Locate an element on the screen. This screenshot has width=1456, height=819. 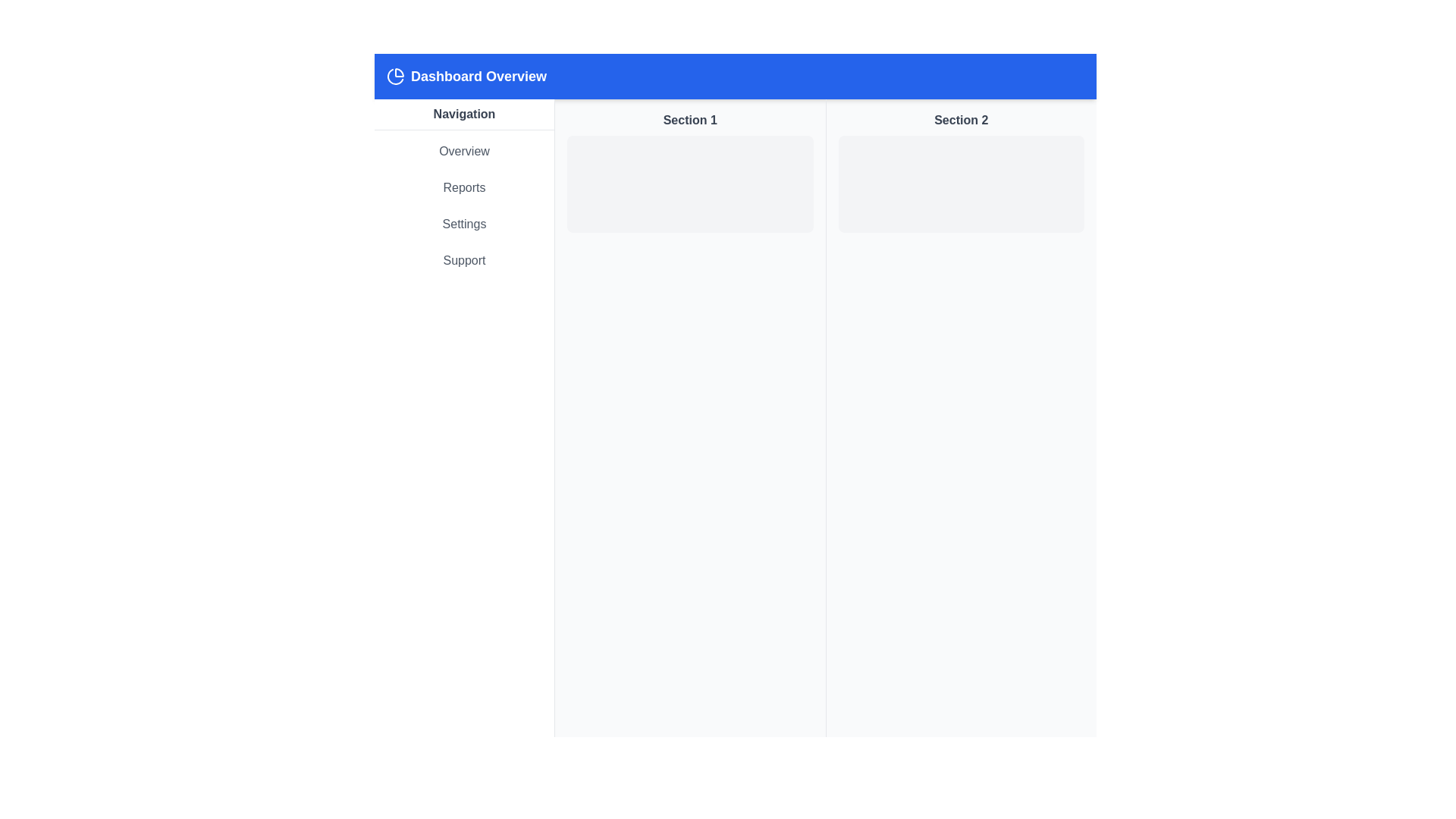
the pie chart icon located in the header bar, to the left of the 'Dashboard Overview' text is located at coordinates (396, 76).